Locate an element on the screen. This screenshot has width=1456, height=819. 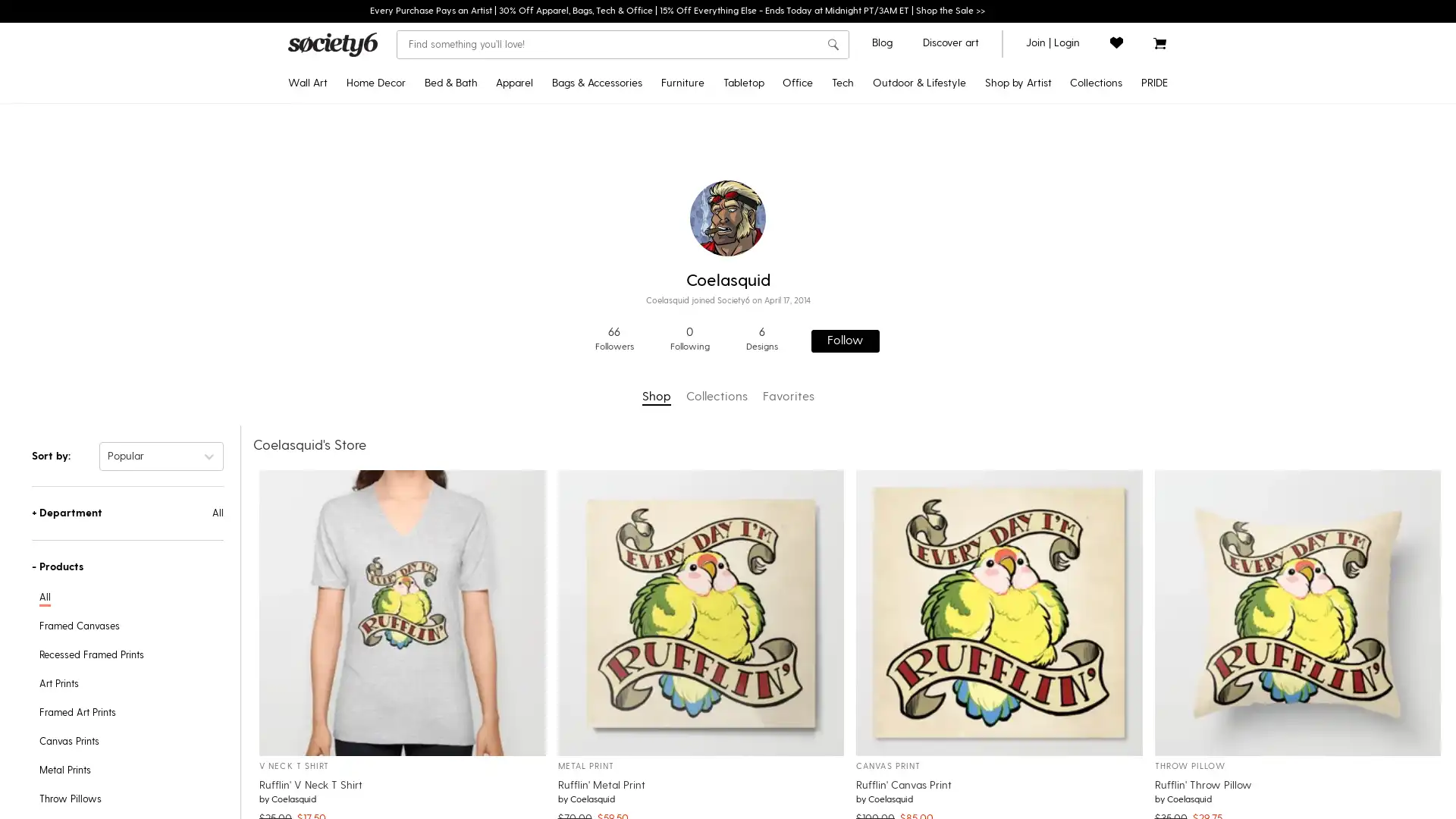
2022 Home Decor Guide is located at coordinates (1040, 171).